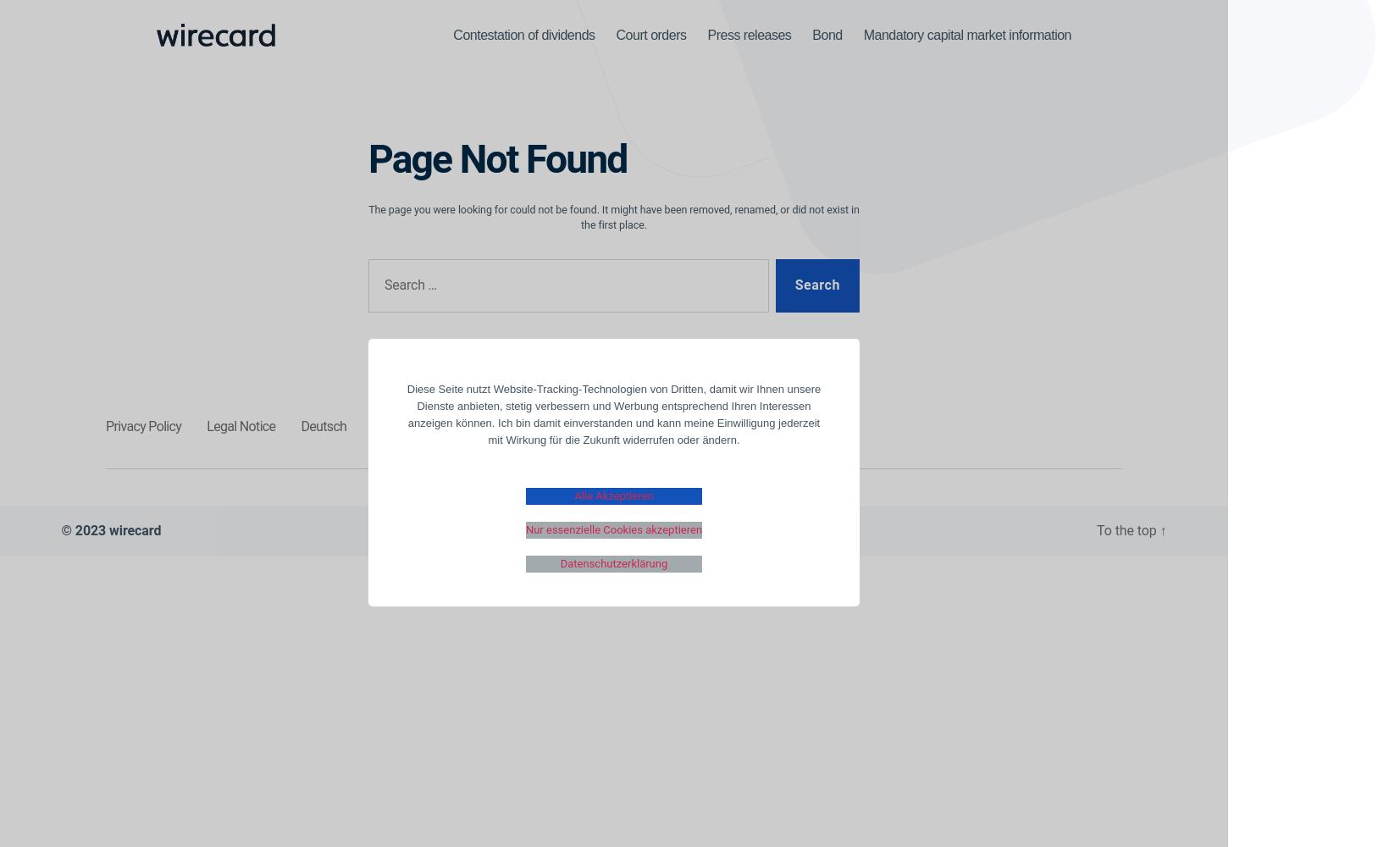 Image resolution: width=1400 pixels, height=847 pixels. Describe the element at coordinates (749, 34) in the screenshot. I see `'Press releases'` at that location.